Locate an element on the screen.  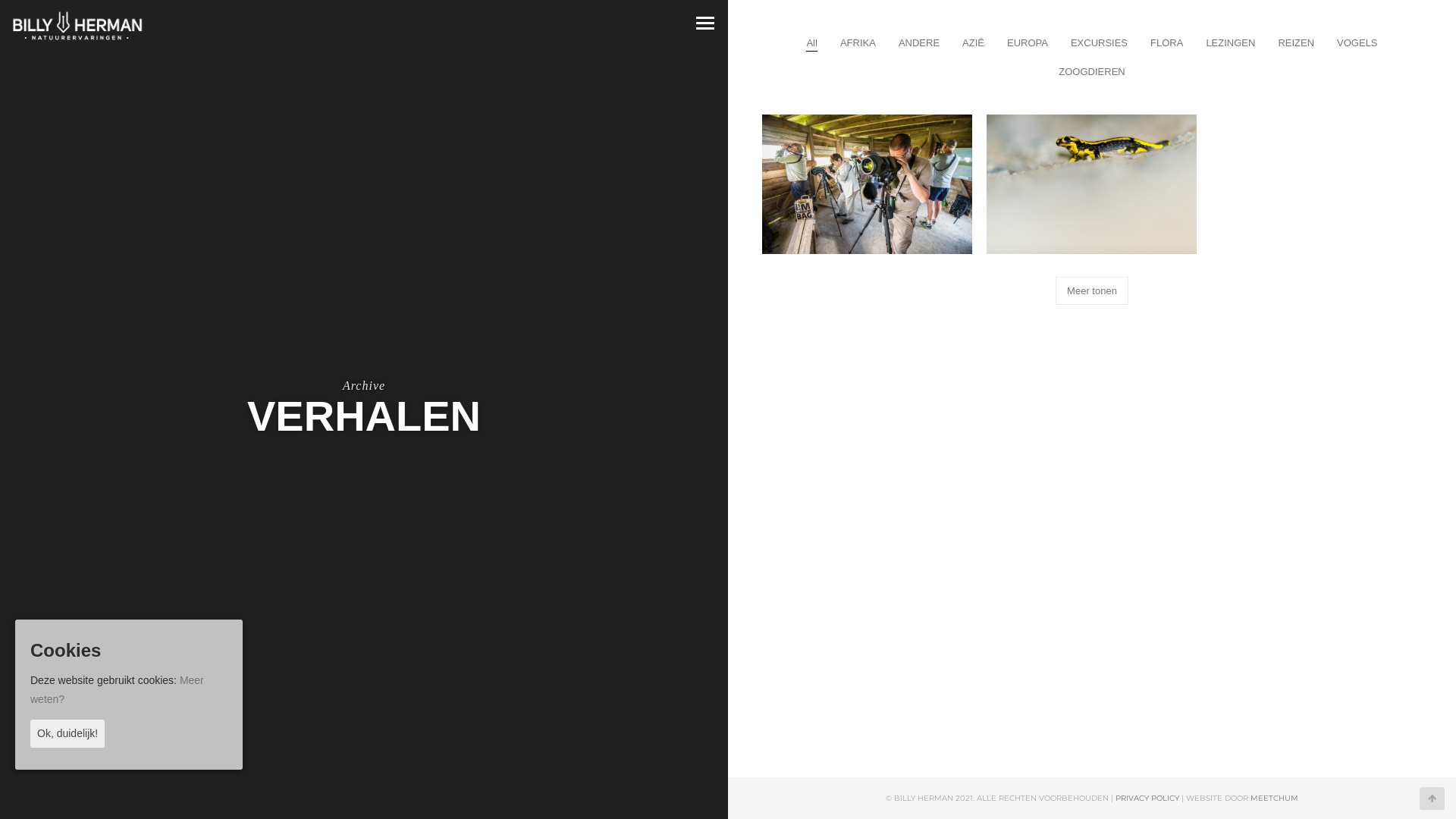
'ZOOGDIEREN' is located at coordinates (1090, 71).